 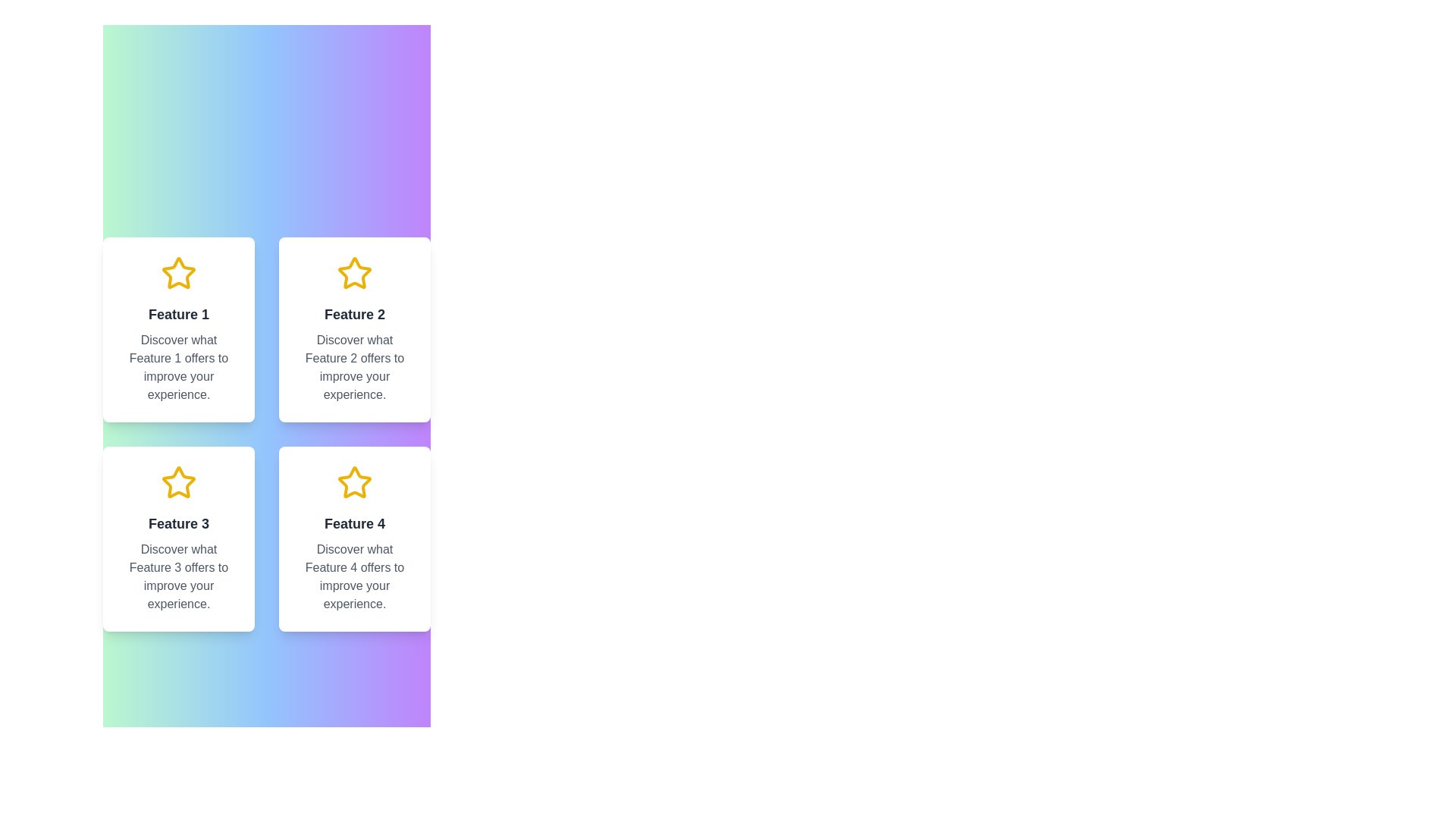 I want to click on the star-shaped icon with a yellow outline located at the top of the card labeled 'Feature 3', so click(x=178, y=482).